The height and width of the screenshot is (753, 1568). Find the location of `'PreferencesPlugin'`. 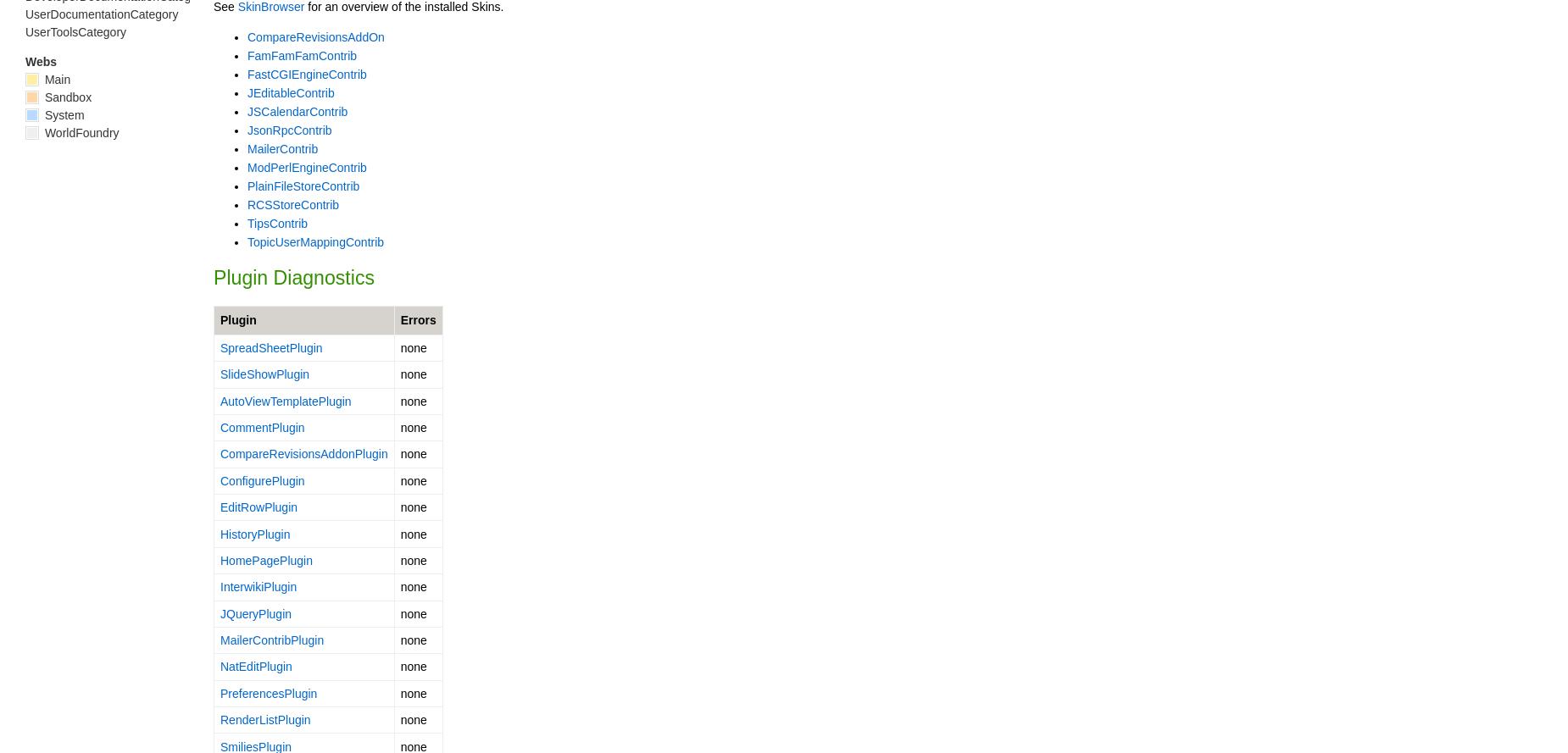

'PreferencesPlugin' is located at coordinates (268, 692).